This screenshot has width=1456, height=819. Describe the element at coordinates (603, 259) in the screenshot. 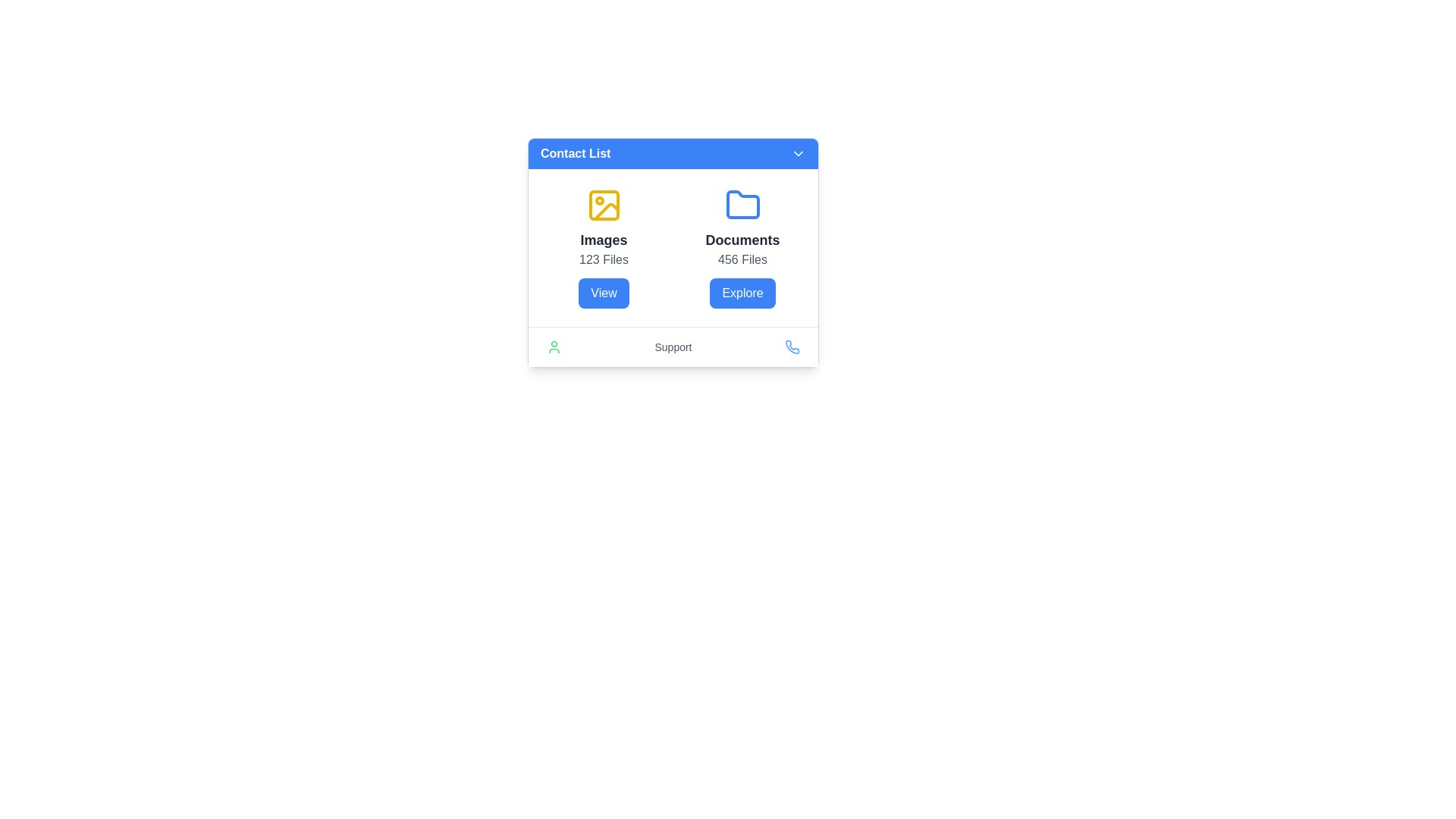

I see `the Text Label displaying the count of files (123) for the 'Images' category, which is located below the title 'Images' and above the 'View' button` at that location.